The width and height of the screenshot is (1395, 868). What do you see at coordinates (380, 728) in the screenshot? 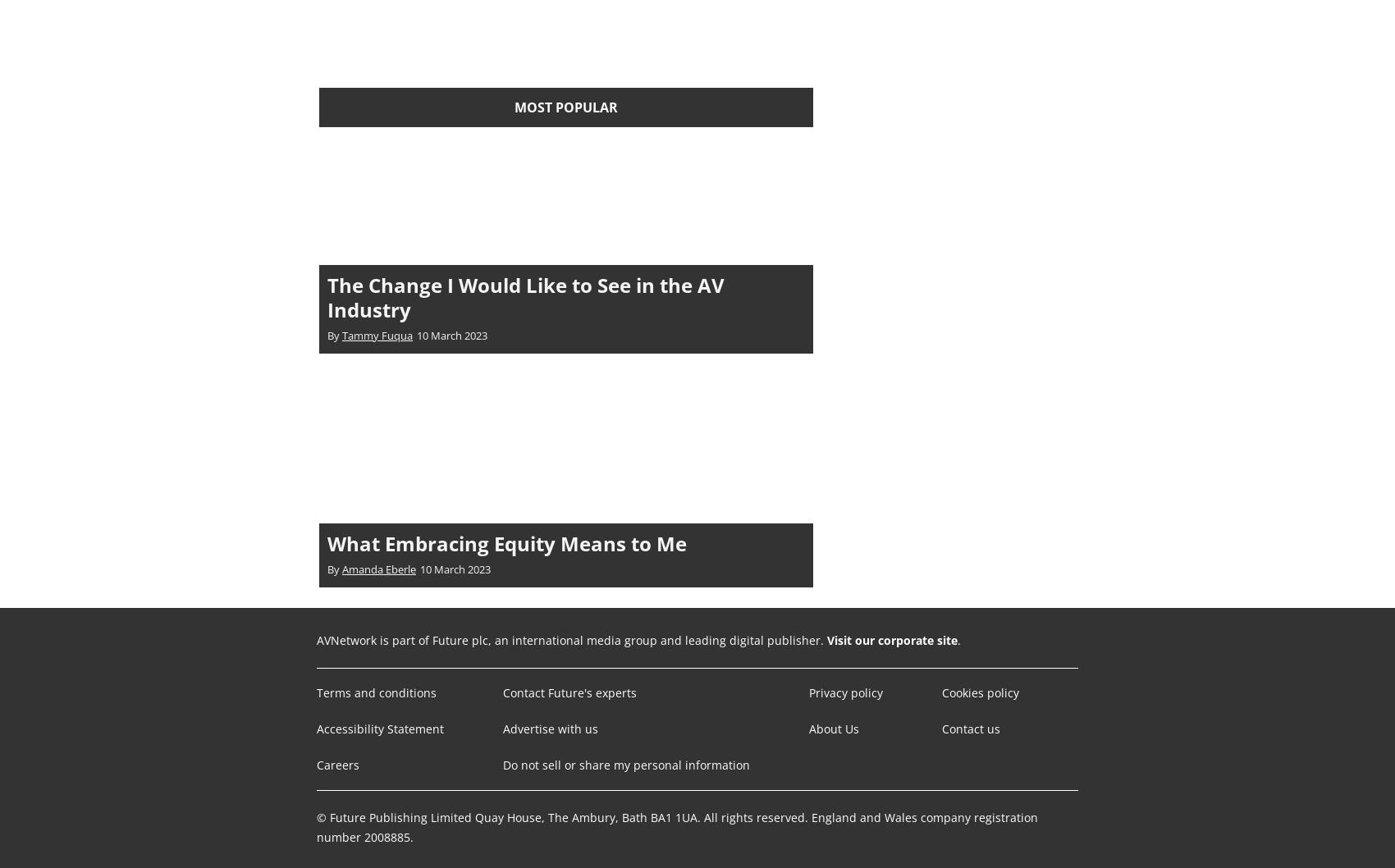
I see `'Accessibility Statement'` at bounding box center [380, 728].